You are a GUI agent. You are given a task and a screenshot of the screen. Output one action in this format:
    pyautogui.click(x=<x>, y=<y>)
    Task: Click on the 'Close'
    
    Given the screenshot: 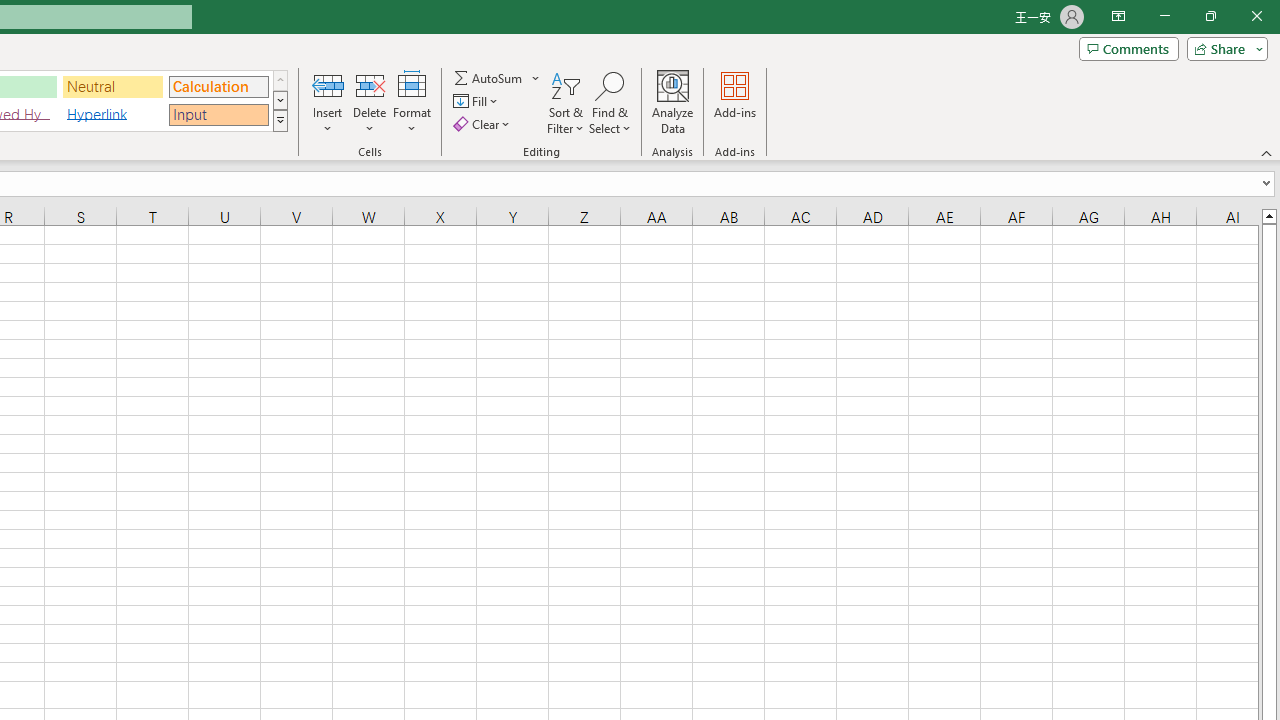 What is the action you would take?
    pyautogui.click(x=1255, y=16)
    